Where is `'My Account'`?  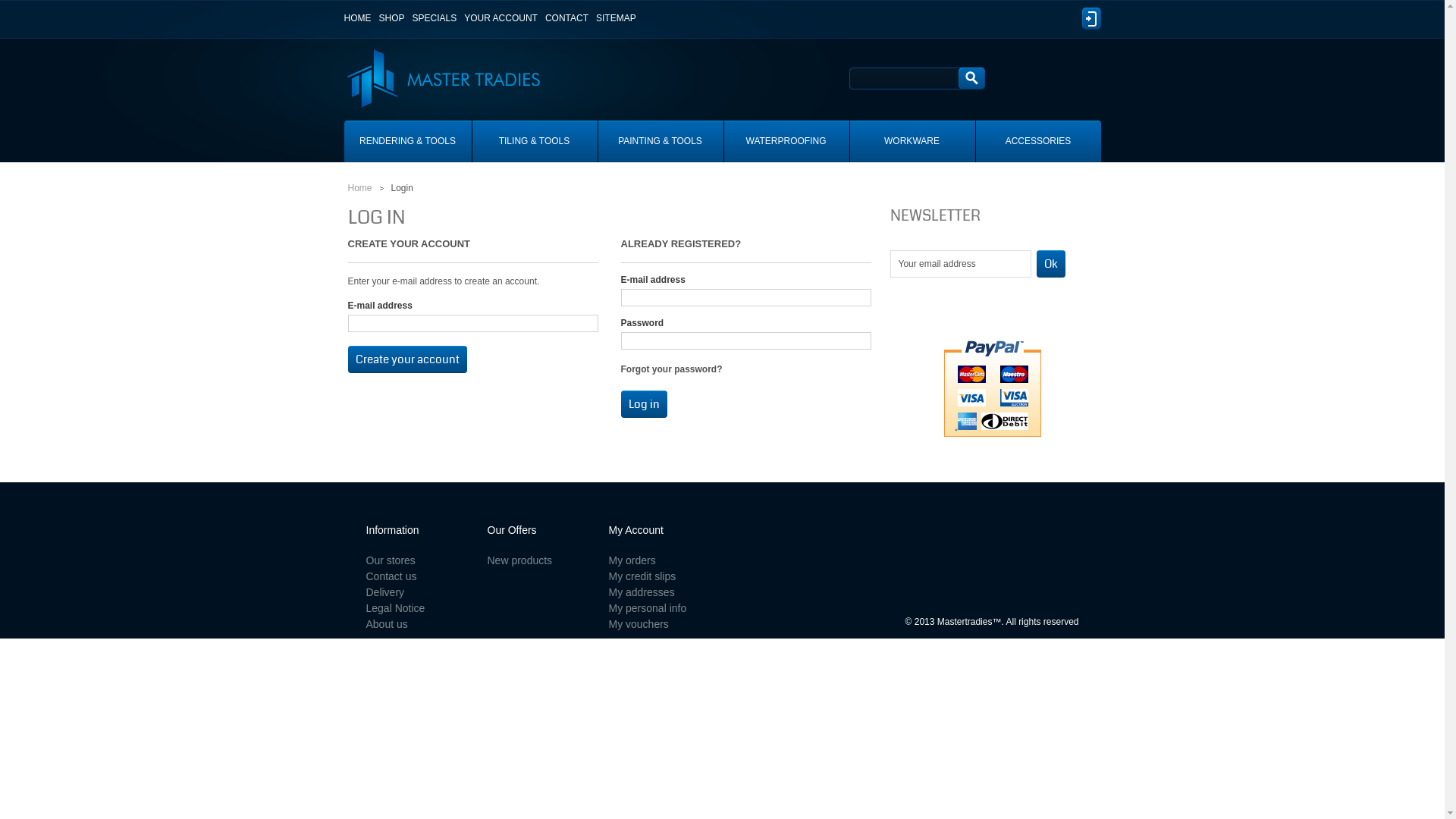
'My Account' is located at coordinates (635, 529).